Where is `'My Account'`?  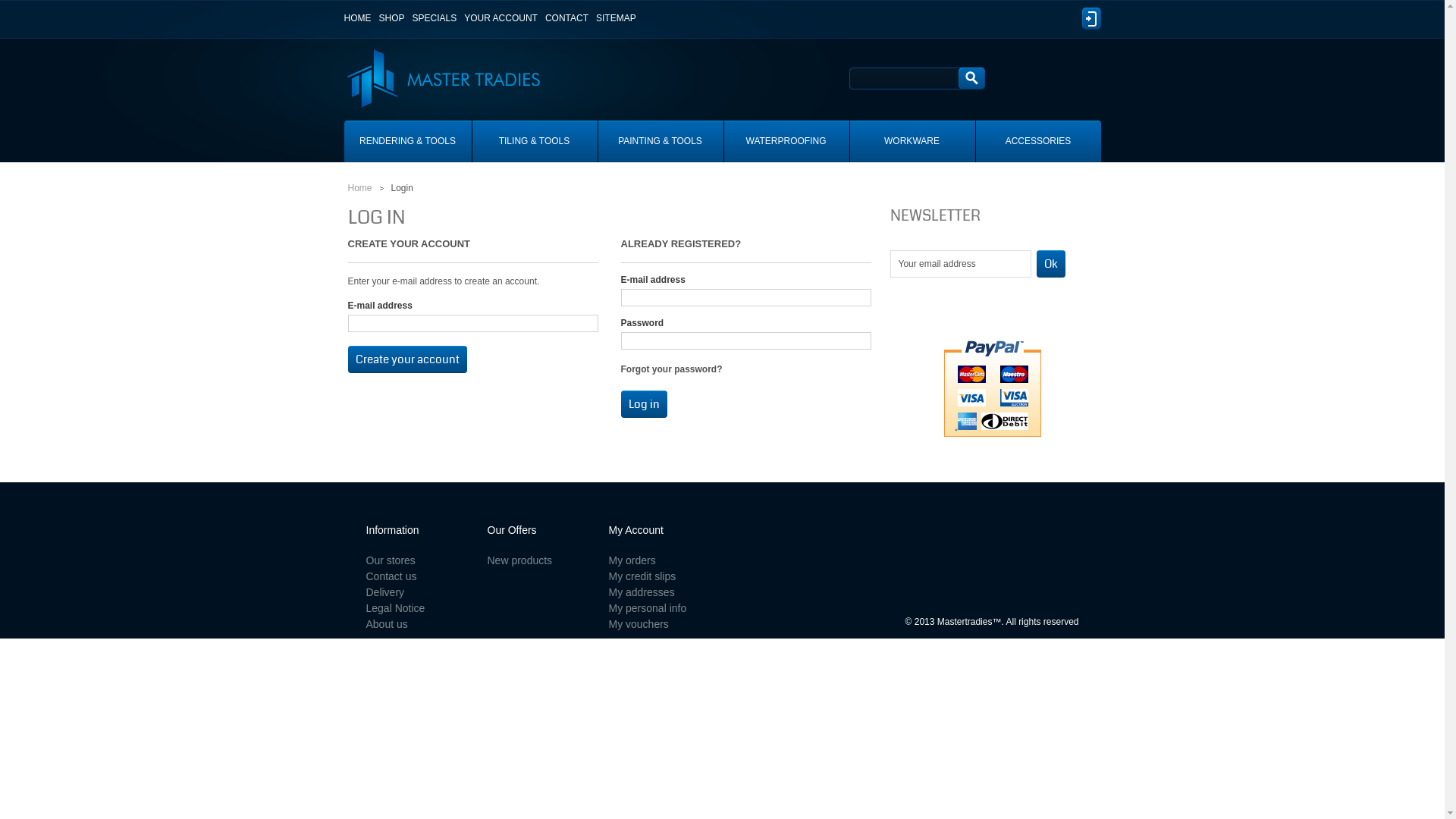
'My Account' is located at coordinates (635, 529).